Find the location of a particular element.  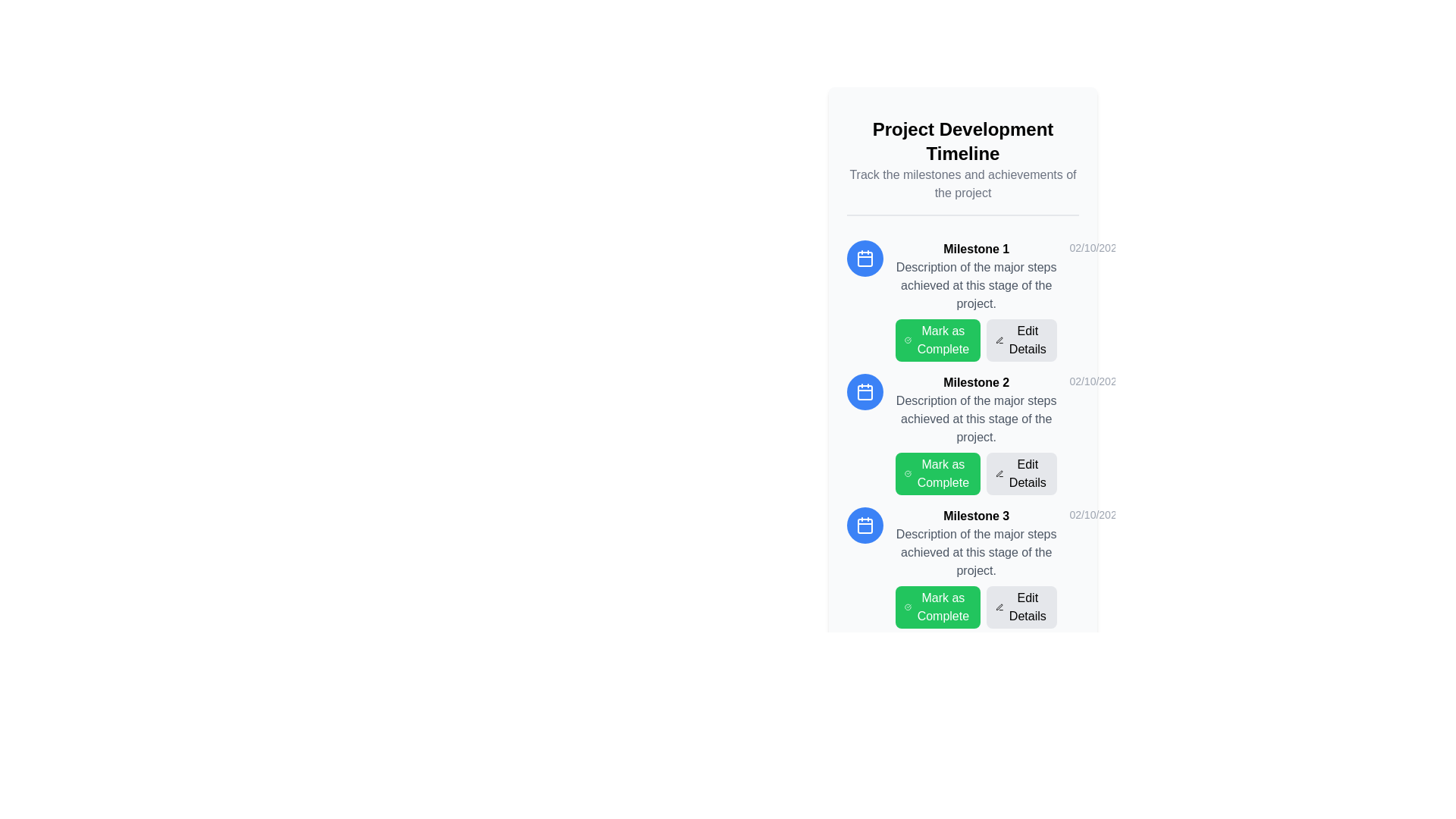

the green 'Mark as Complete' button with rounded corners, which is located below the header 'Milestone 3' to mark the milestone as complete is located at coordinates (937, 607).